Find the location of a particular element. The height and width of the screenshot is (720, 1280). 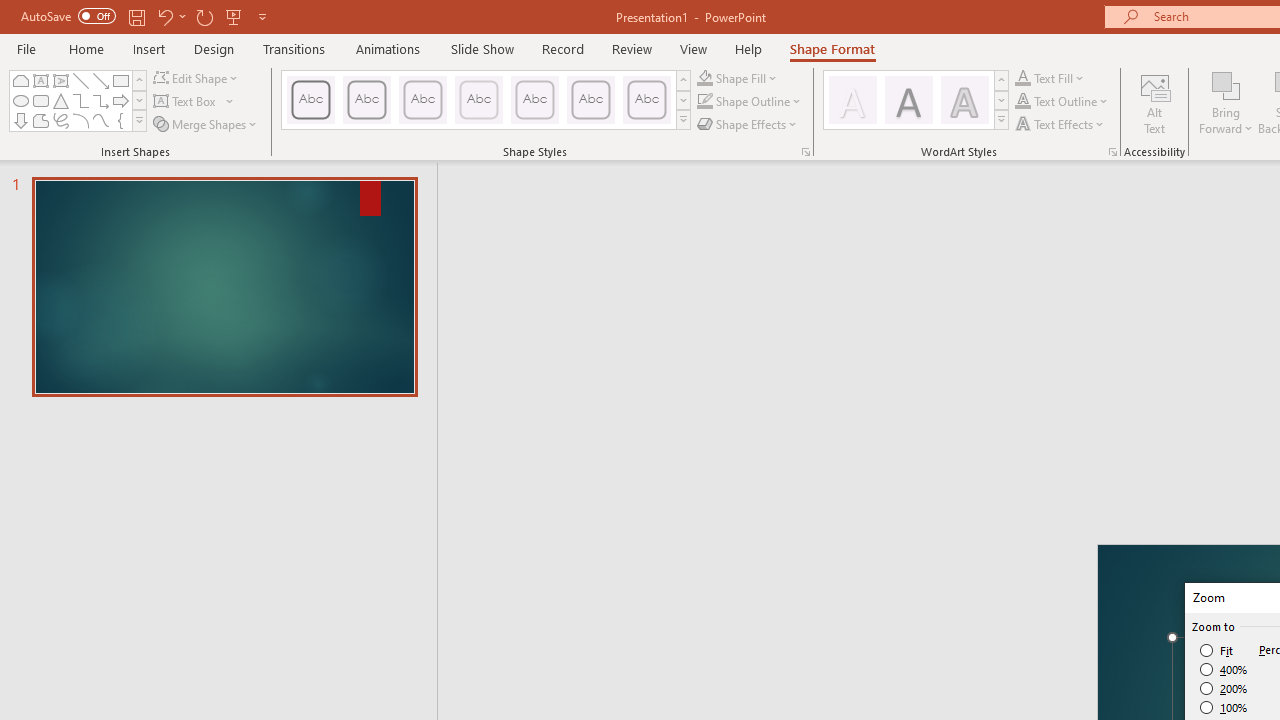

'Fill: White, Text color 1; Shadow' is located at coordinates (853, 100).